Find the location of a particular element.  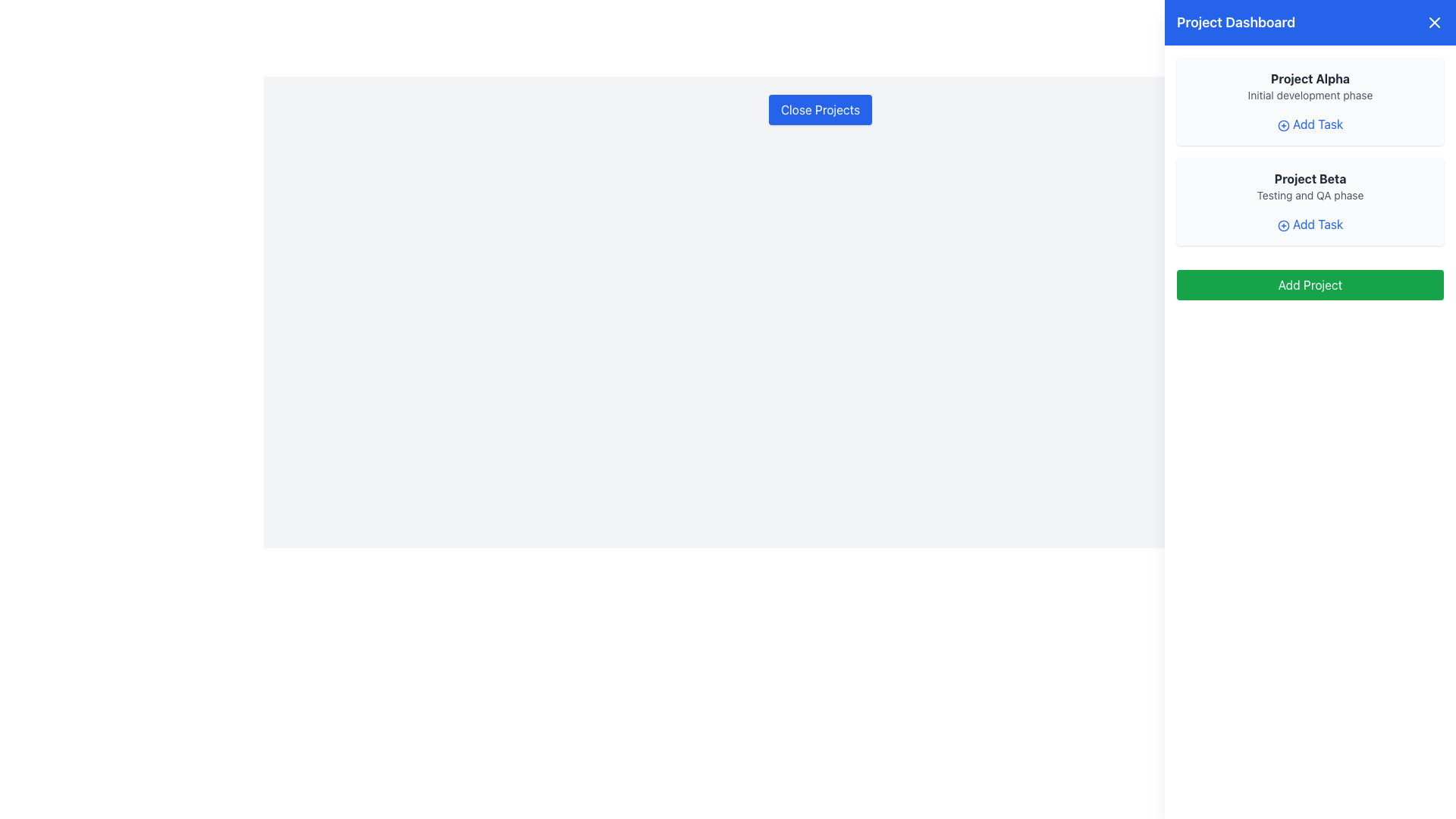

the 'plus' icon in the 'Add Task' area for the 'Project Alpha' section is located at coordinates (1282, 124).